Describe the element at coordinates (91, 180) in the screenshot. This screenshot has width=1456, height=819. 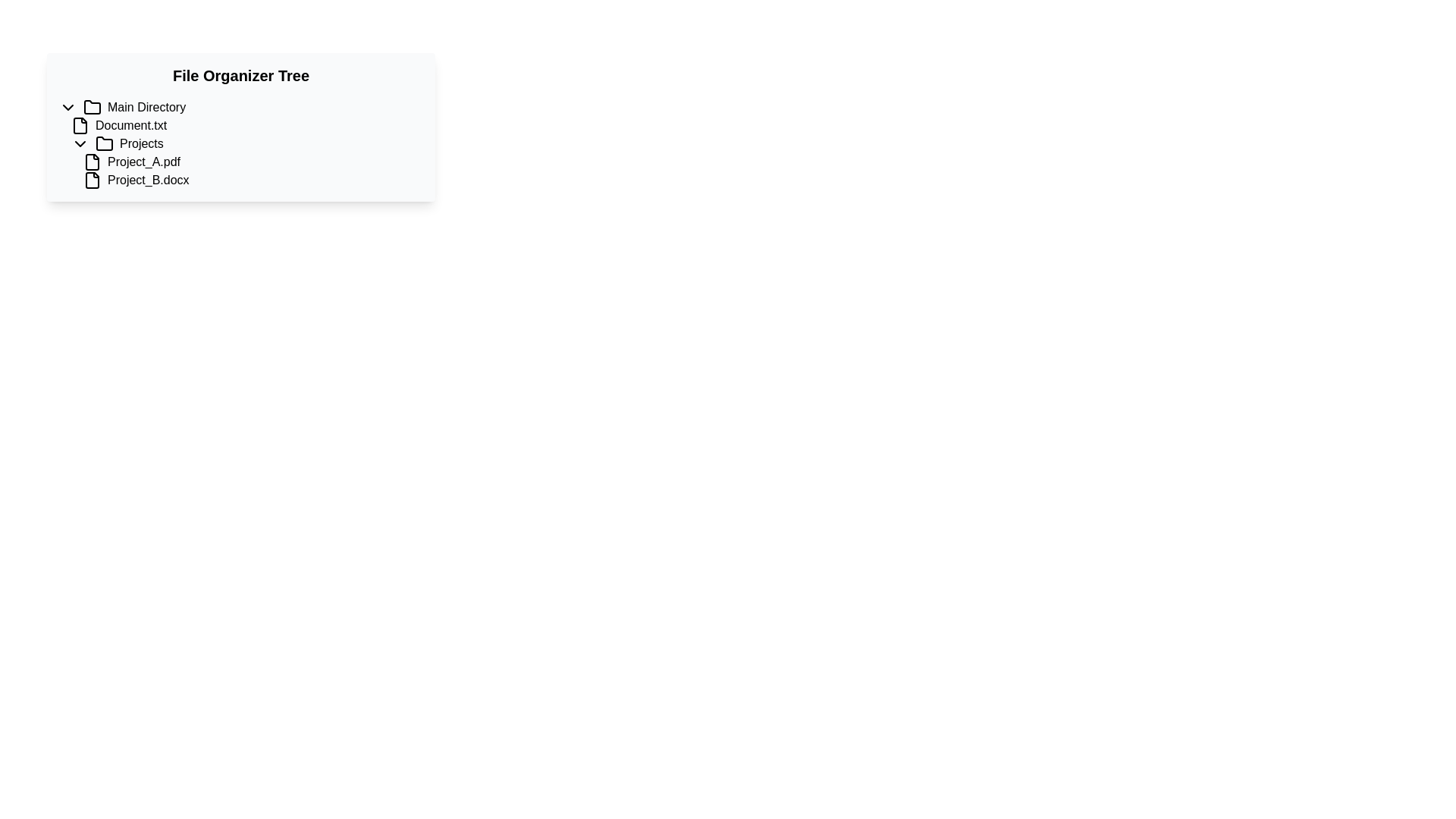
I see `the document icon representing the file 'Project_B.docx' in the file tree structure` at that location.